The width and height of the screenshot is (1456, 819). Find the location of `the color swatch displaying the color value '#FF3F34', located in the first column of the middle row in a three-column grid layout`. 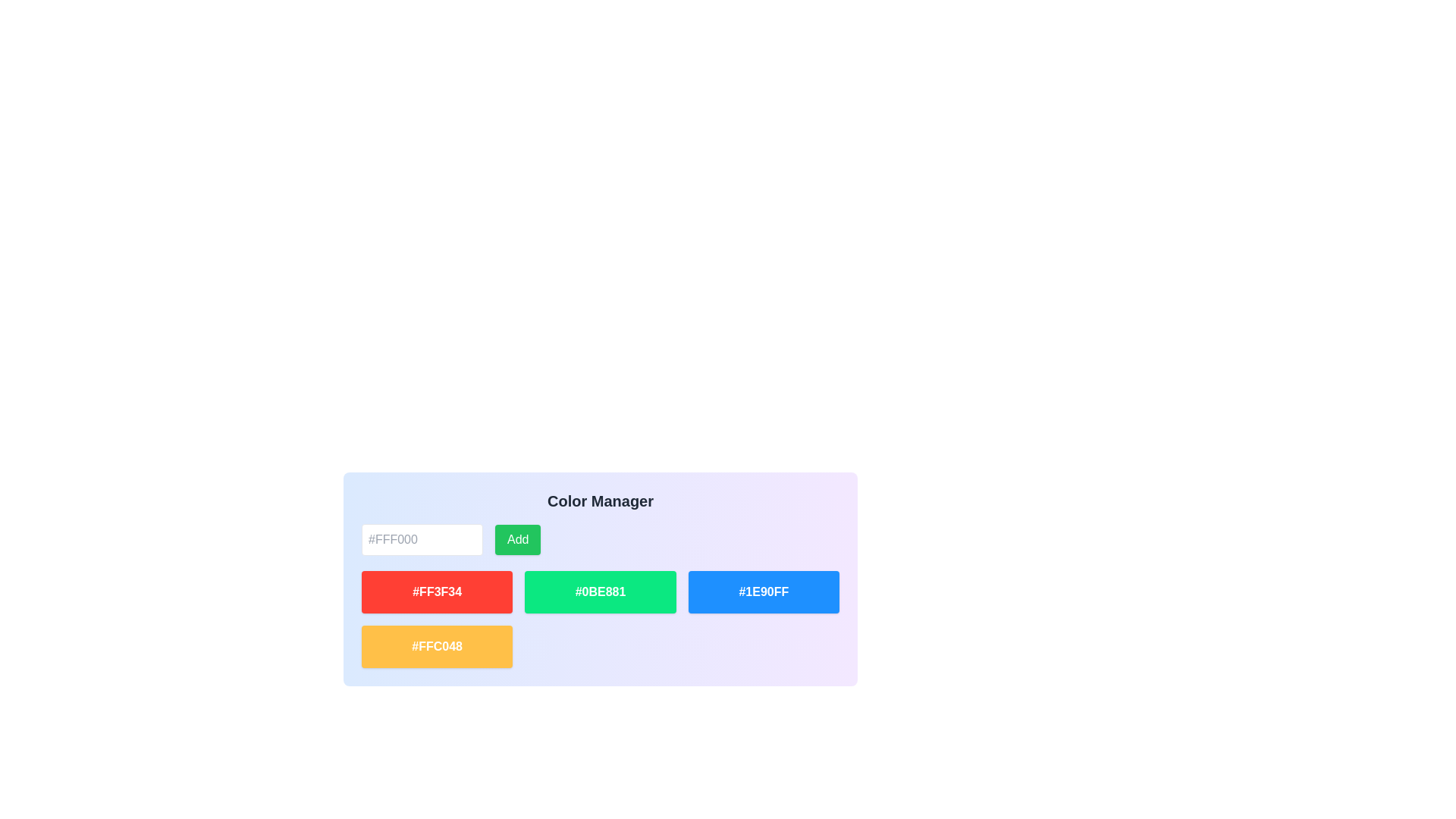

the color swatch displaying the color value '#FF3F34', located in the first column of the middle row in a three-column grid layout is located at coordinates (436, 591).